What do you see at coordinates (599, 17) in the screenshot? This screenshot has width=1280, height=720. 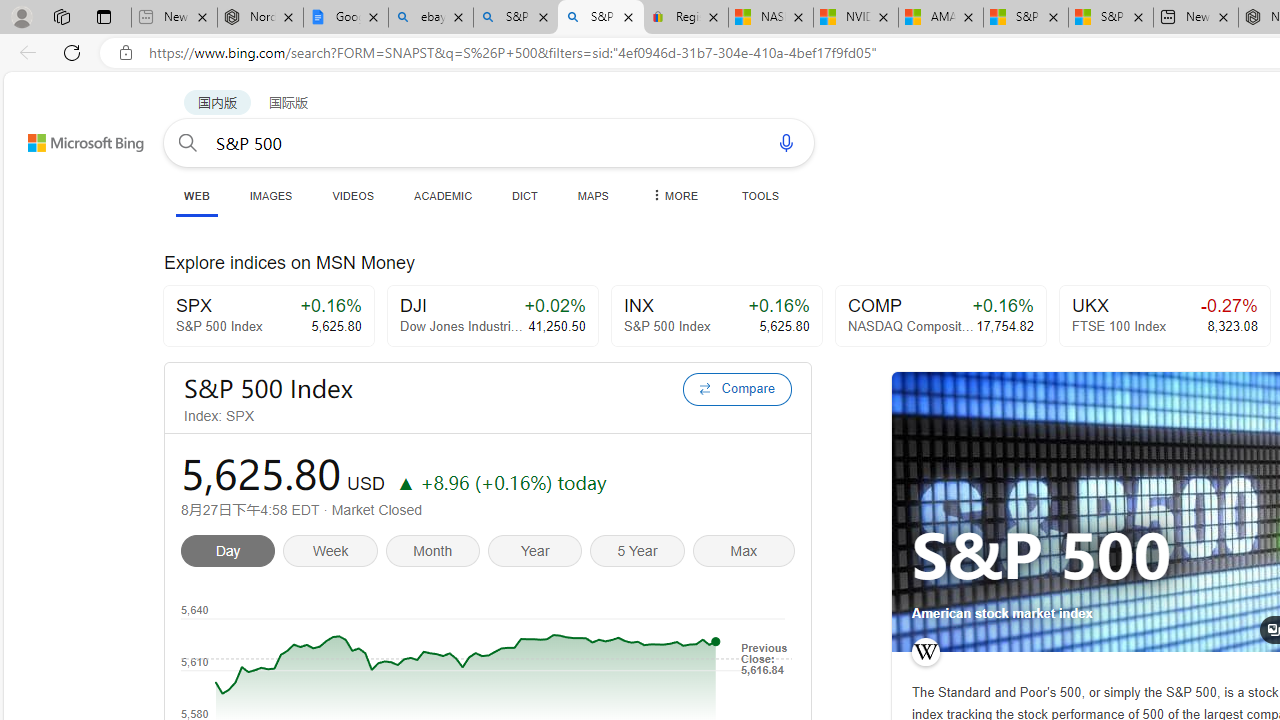 I see `'S&P 500 - Search'` at bounding box center [599, 17].